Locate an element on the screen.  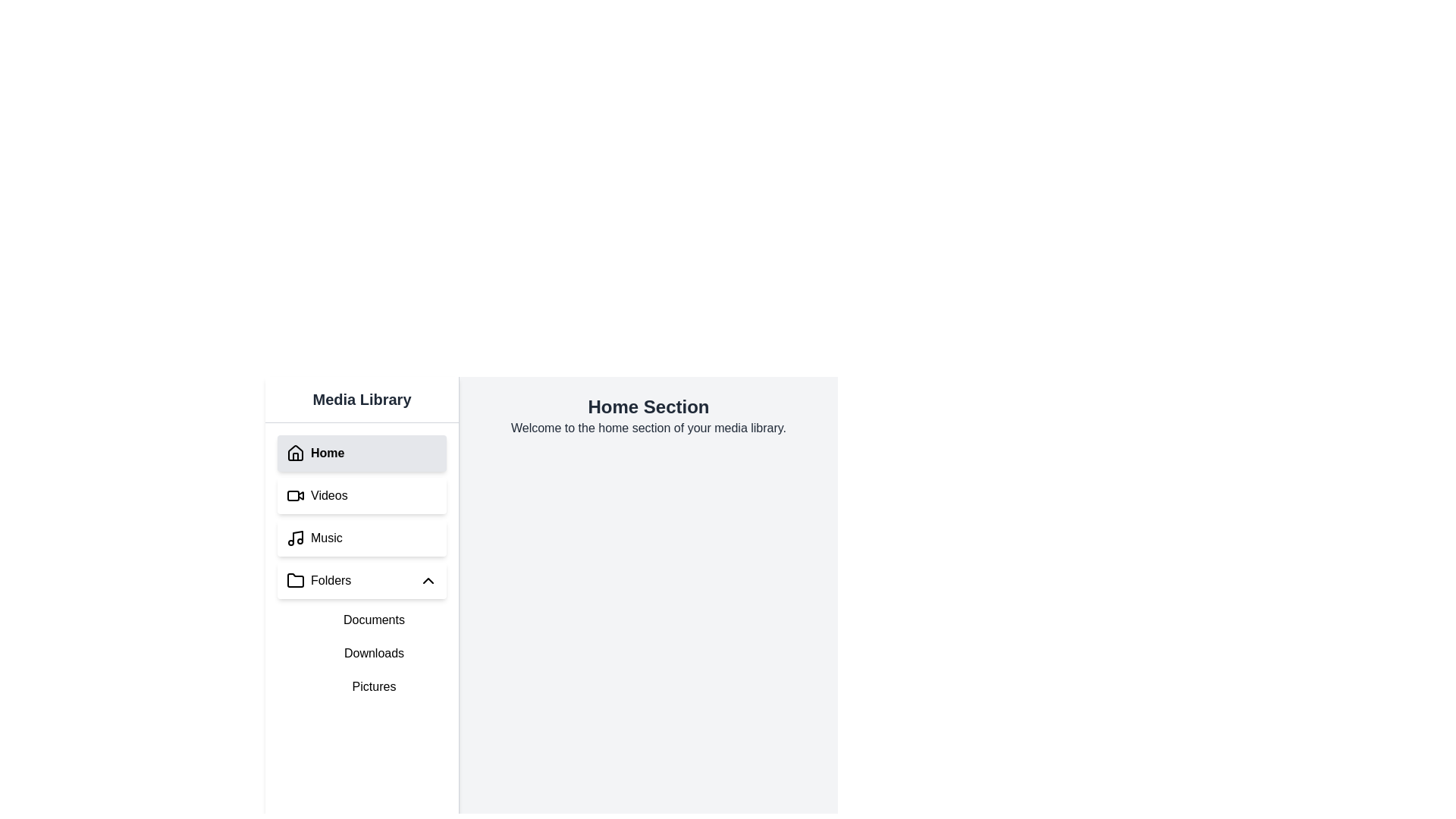
the 'Music' label in the left-hand navigation menu is located at coordinates (325, 537).